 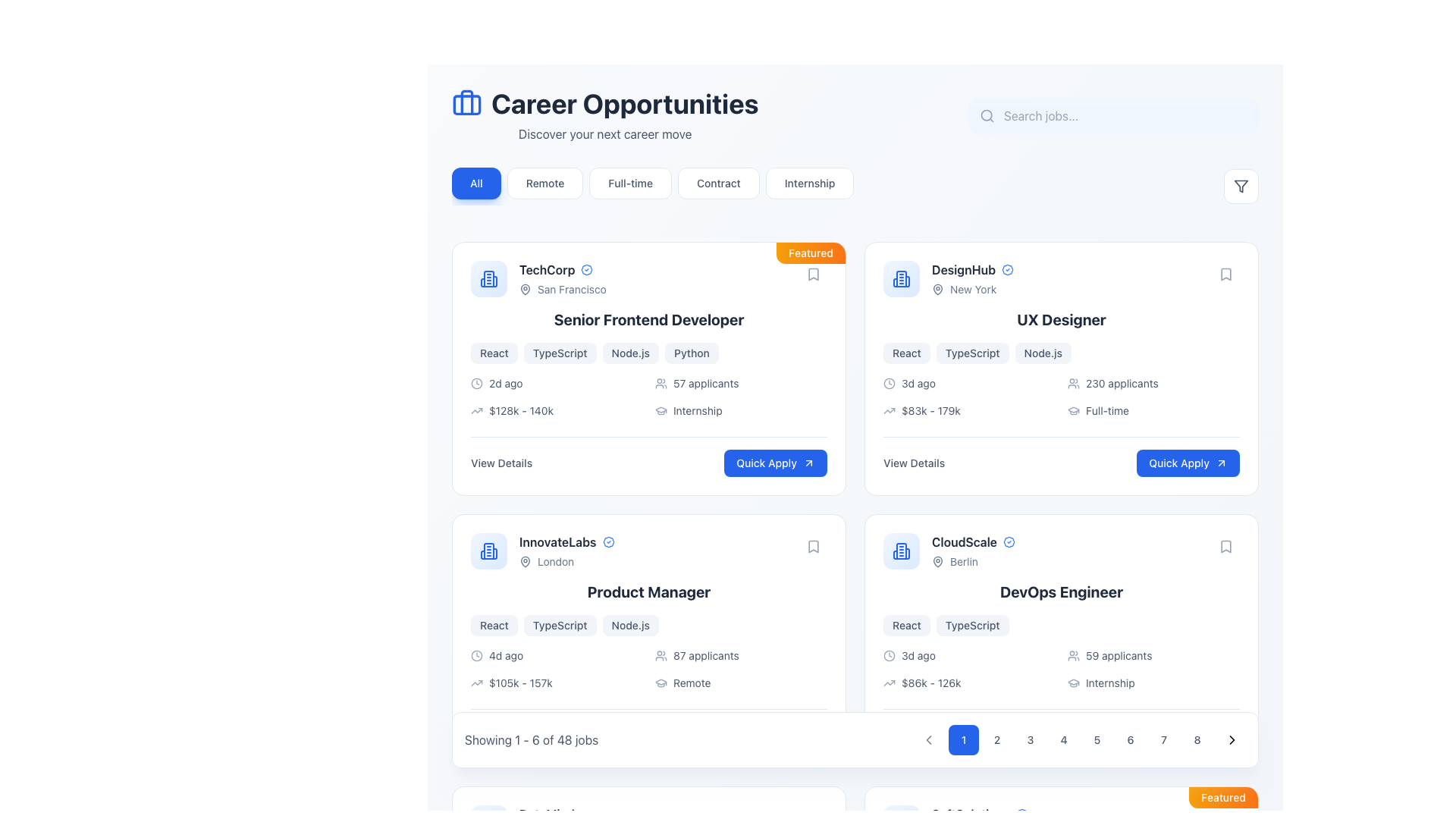 I want to click on the remote availability icon located at the bottom left of the 'Product Manager' job posting card under 'InnovateLabs', so click(x=661, y=683).